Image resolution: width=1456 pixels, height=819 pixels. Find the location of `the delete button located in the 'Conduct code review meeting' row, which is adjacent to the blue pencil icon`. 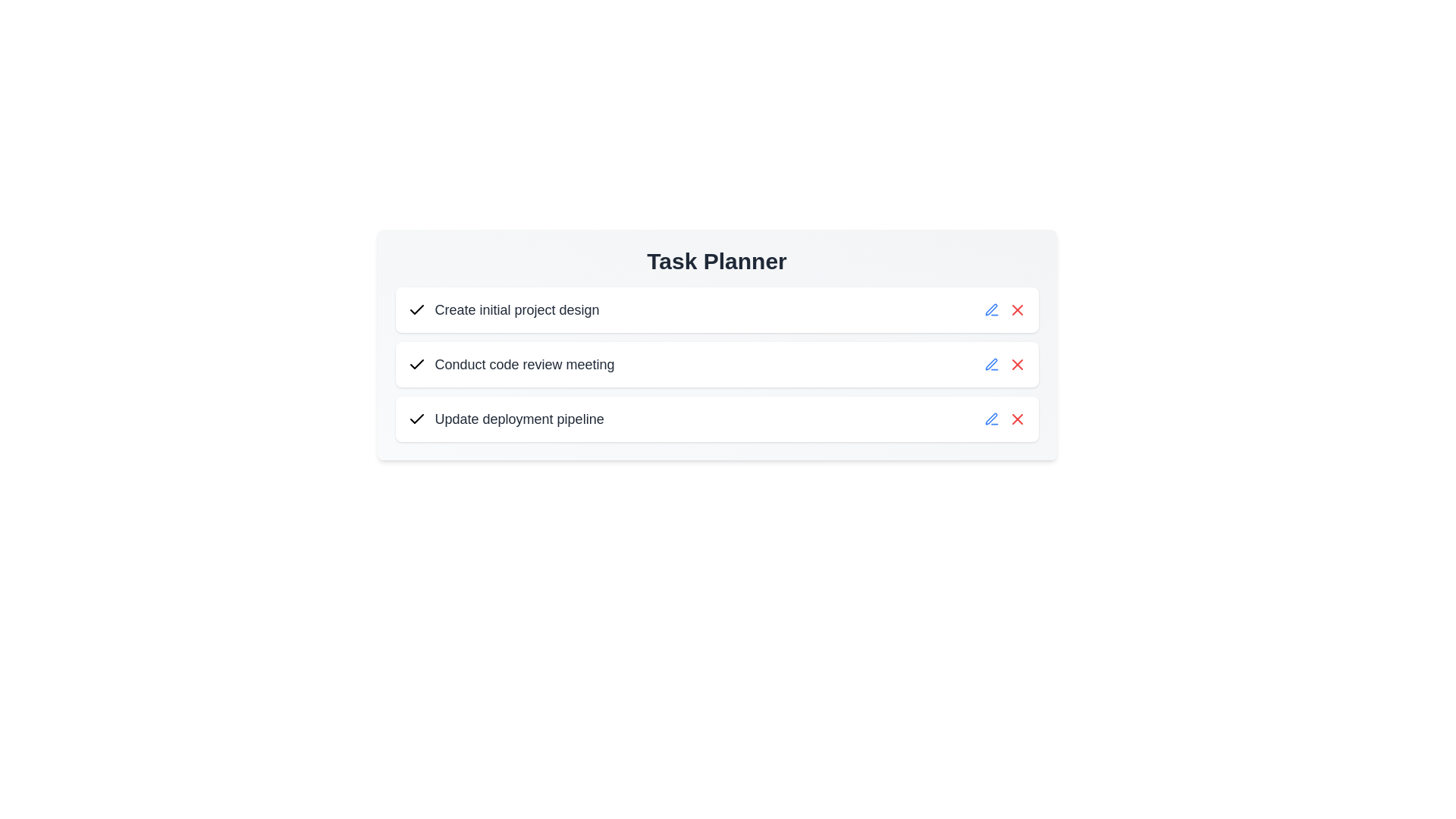

the delete button located in the 'Conduct code review meeting' row, which is adjacent to the blue pencil icon is located at coordinates (1017, 365).